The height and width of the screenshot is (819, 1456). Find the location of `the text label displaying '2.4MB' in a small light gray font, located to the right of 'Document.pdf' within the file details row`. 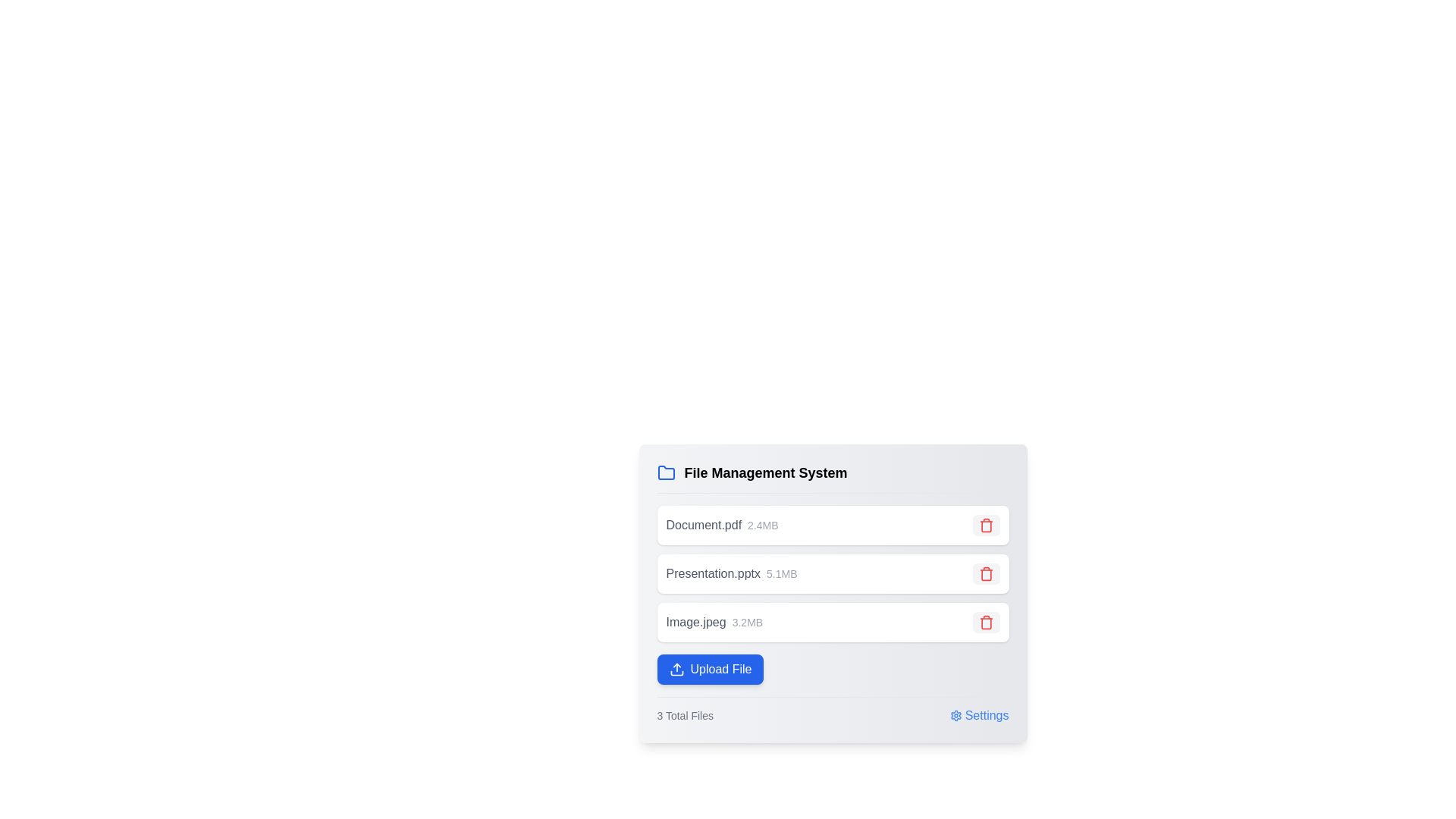

the text label displaying '2.4MB' in a small light gray font, located to the right of 'Document.pdf' within the file details row is located at coordinates (763, 525).